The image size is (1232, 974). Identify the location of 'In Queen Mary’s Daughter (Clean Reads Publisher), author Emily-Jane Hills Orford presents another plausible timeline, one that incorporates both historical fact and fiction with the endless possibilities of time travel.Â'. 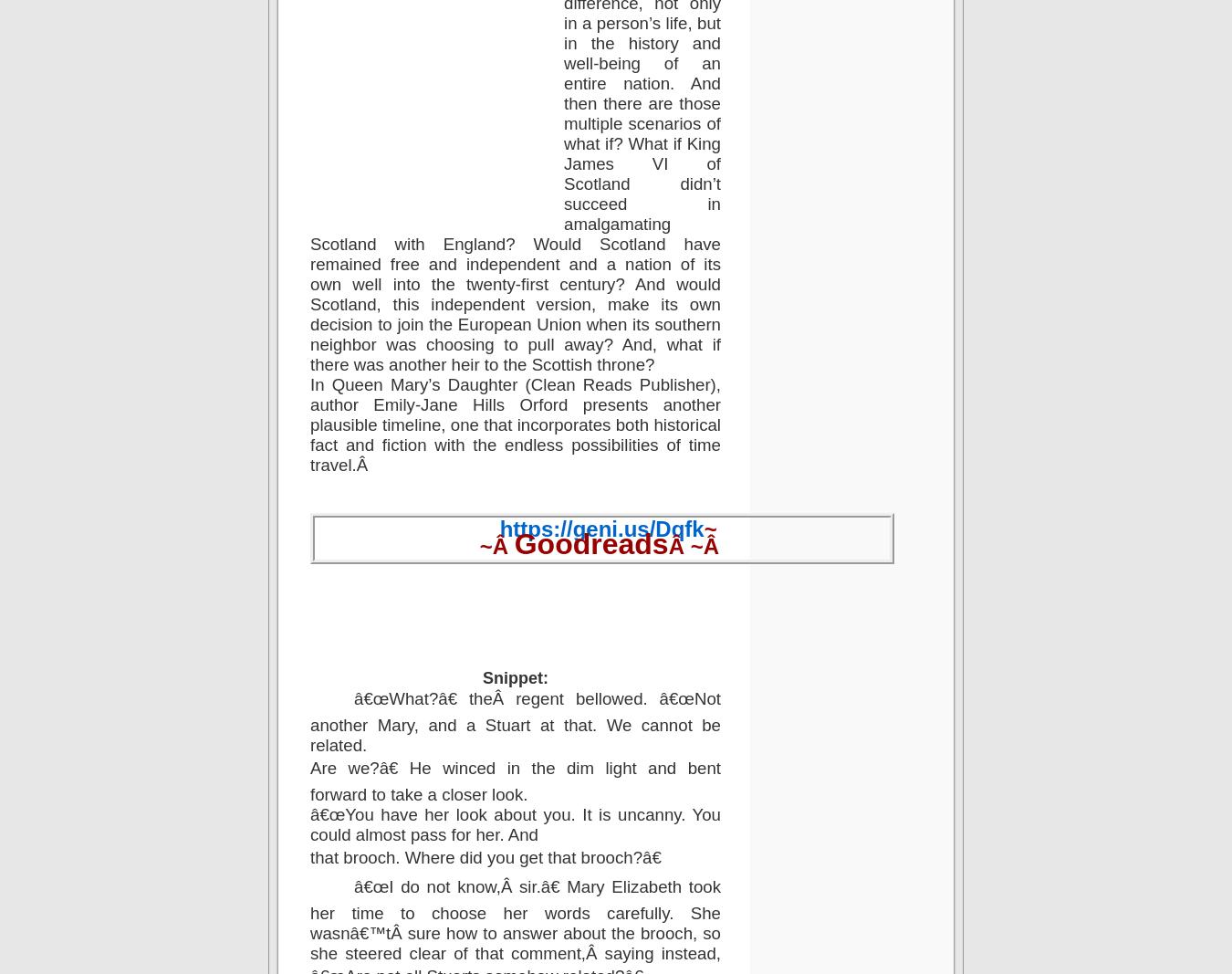
(515, 423).